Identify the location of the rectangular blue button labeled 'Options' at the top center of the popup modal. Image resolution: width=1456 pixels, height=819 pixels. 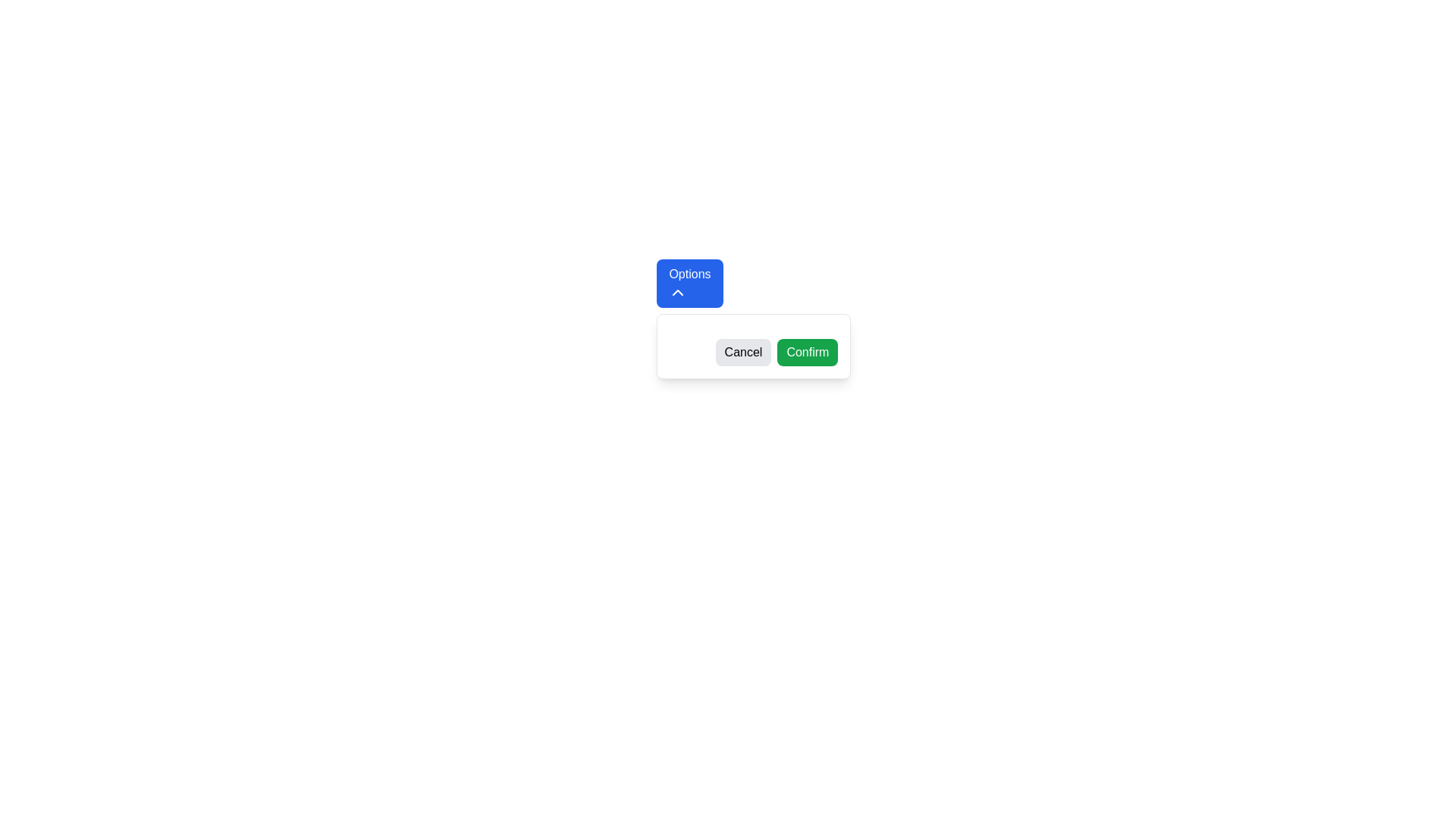
(689, 284).